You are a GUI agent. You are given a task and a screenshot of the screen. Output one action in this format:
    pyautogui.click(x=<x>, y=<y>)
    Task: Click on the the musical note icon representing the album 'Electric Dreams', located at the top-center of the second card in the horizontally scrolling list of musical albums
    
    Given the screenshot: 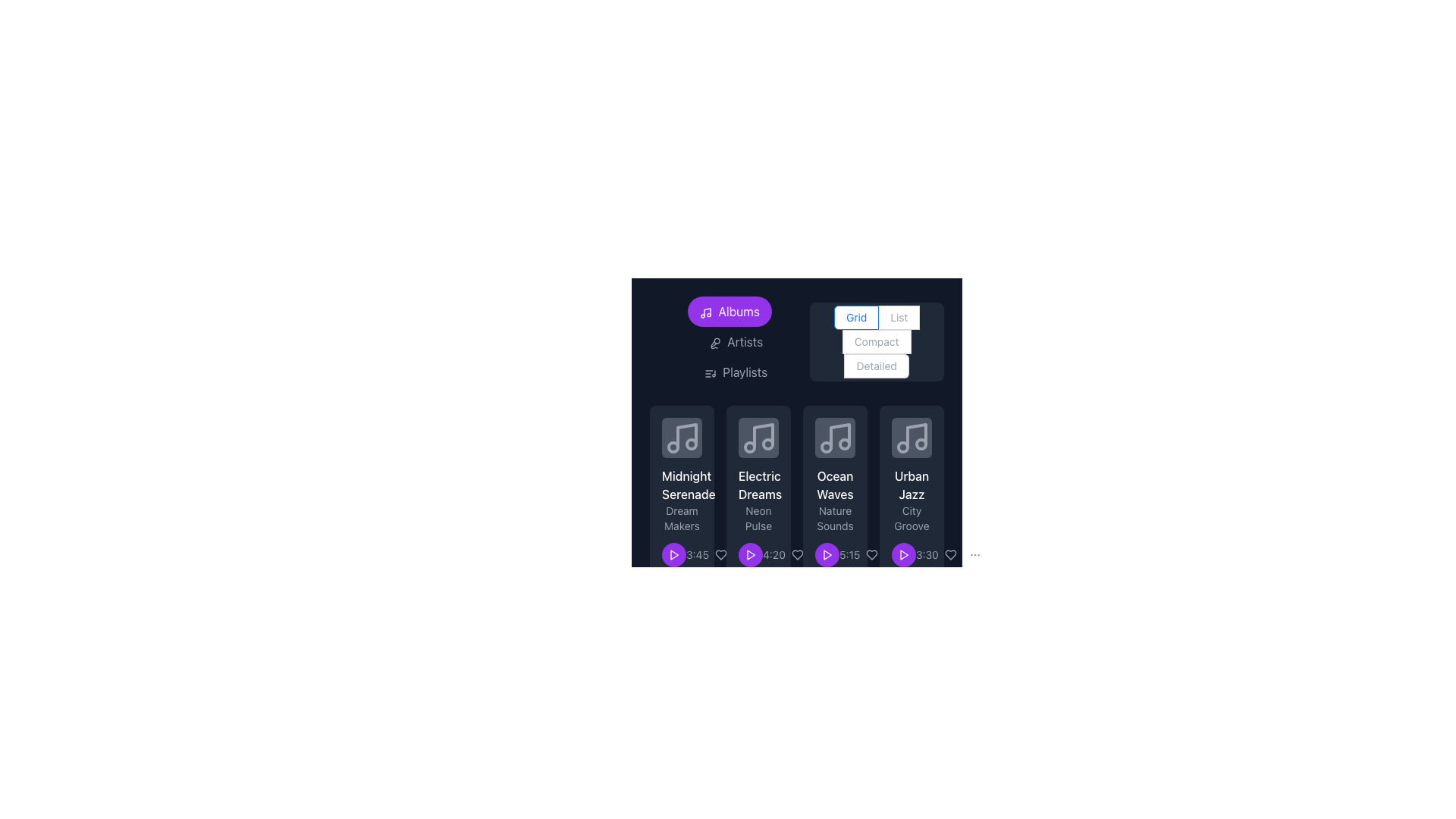 What is the action you would take?
    pyautogui.click(x=763, y=435)
    